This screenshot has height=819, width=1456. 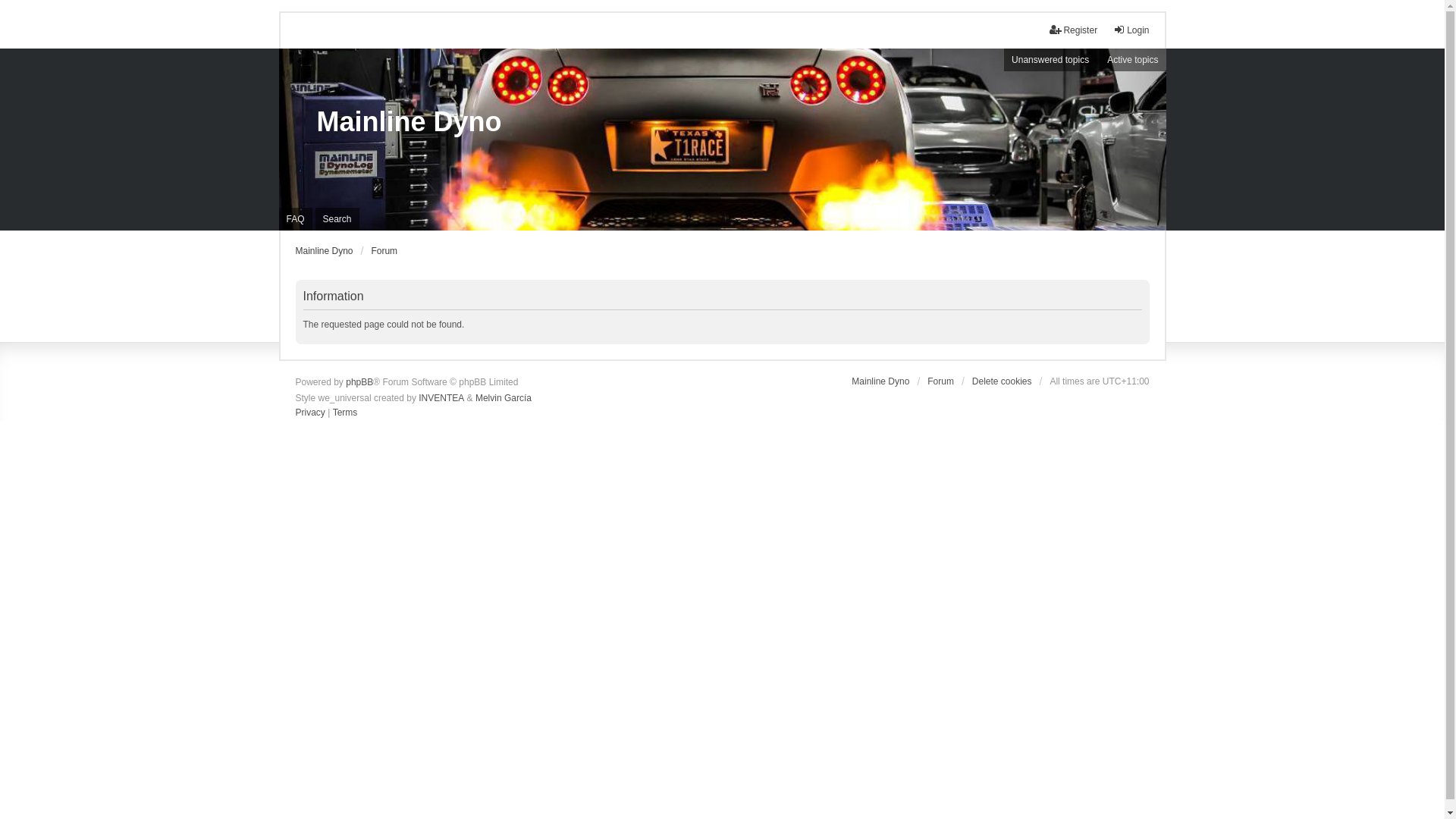 I want to click on 'INVENTEA', so click(x=440, y=397).